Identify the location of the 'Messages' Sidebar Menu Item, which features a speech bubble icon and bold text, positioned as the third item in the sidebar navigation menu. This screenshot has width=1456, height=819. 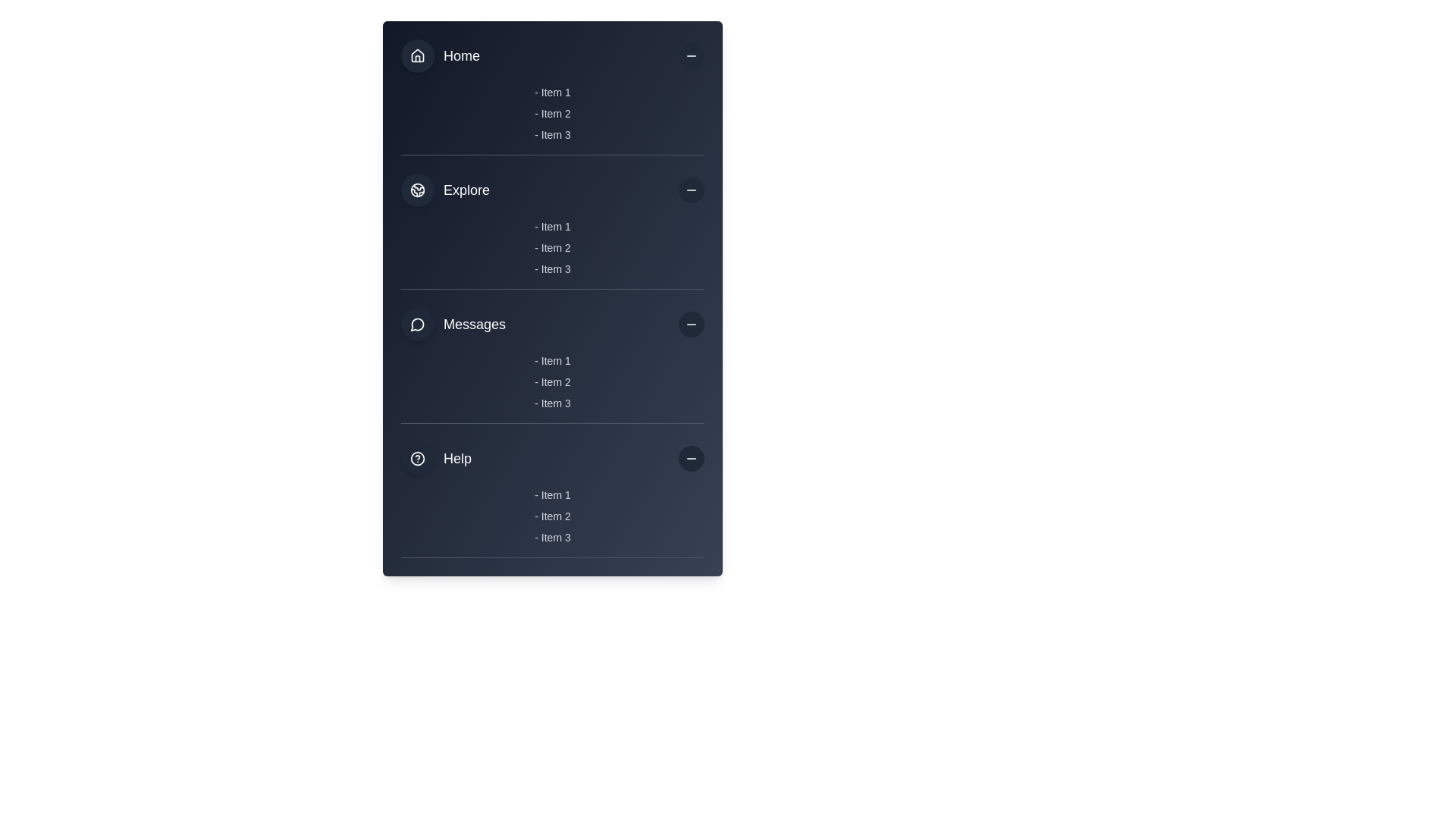
(453, 324).